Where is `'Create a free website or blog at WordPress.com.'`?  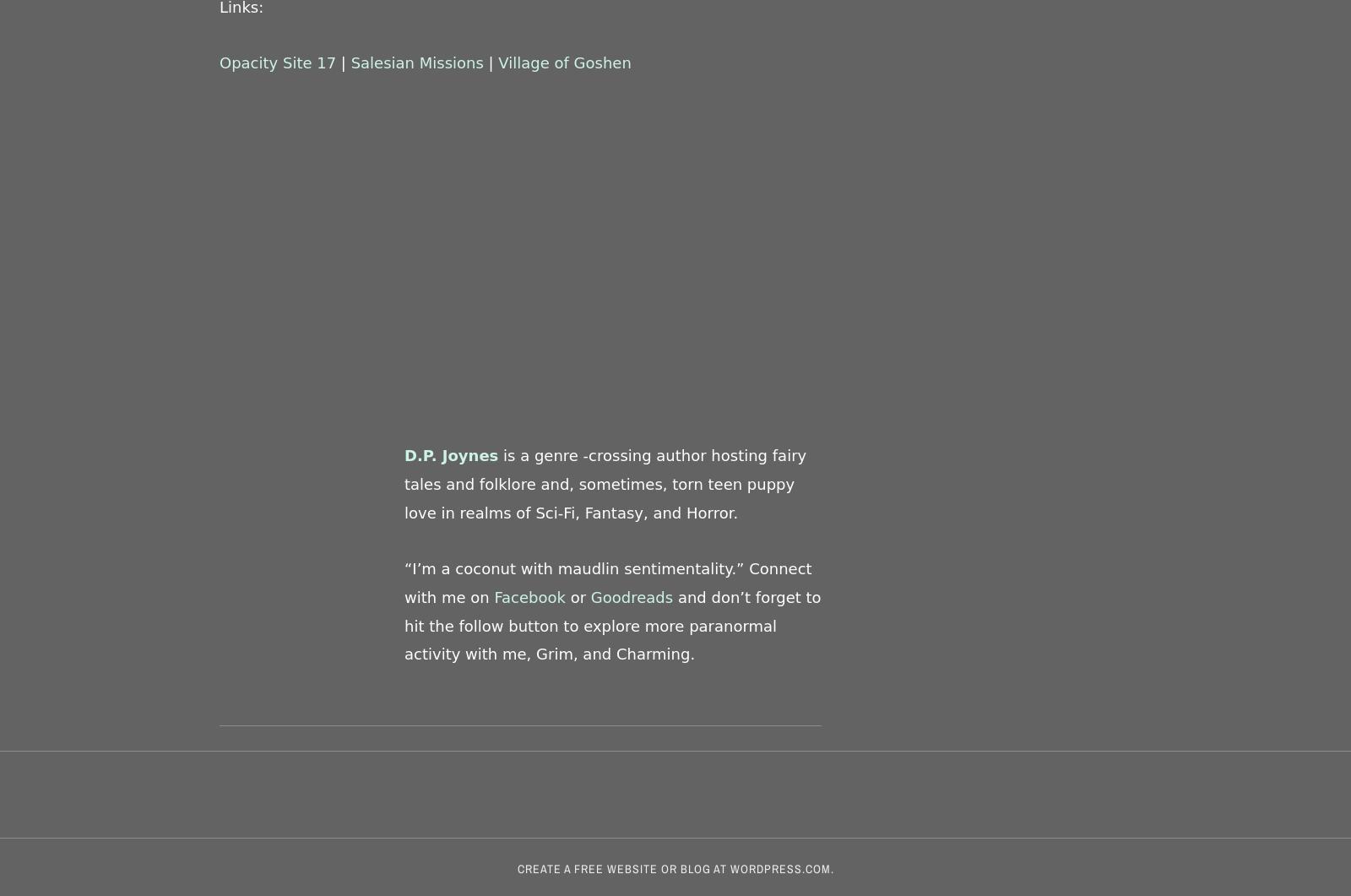 'Create a free website or blog at WordPress.com.' is located at coordinates (675, 867).